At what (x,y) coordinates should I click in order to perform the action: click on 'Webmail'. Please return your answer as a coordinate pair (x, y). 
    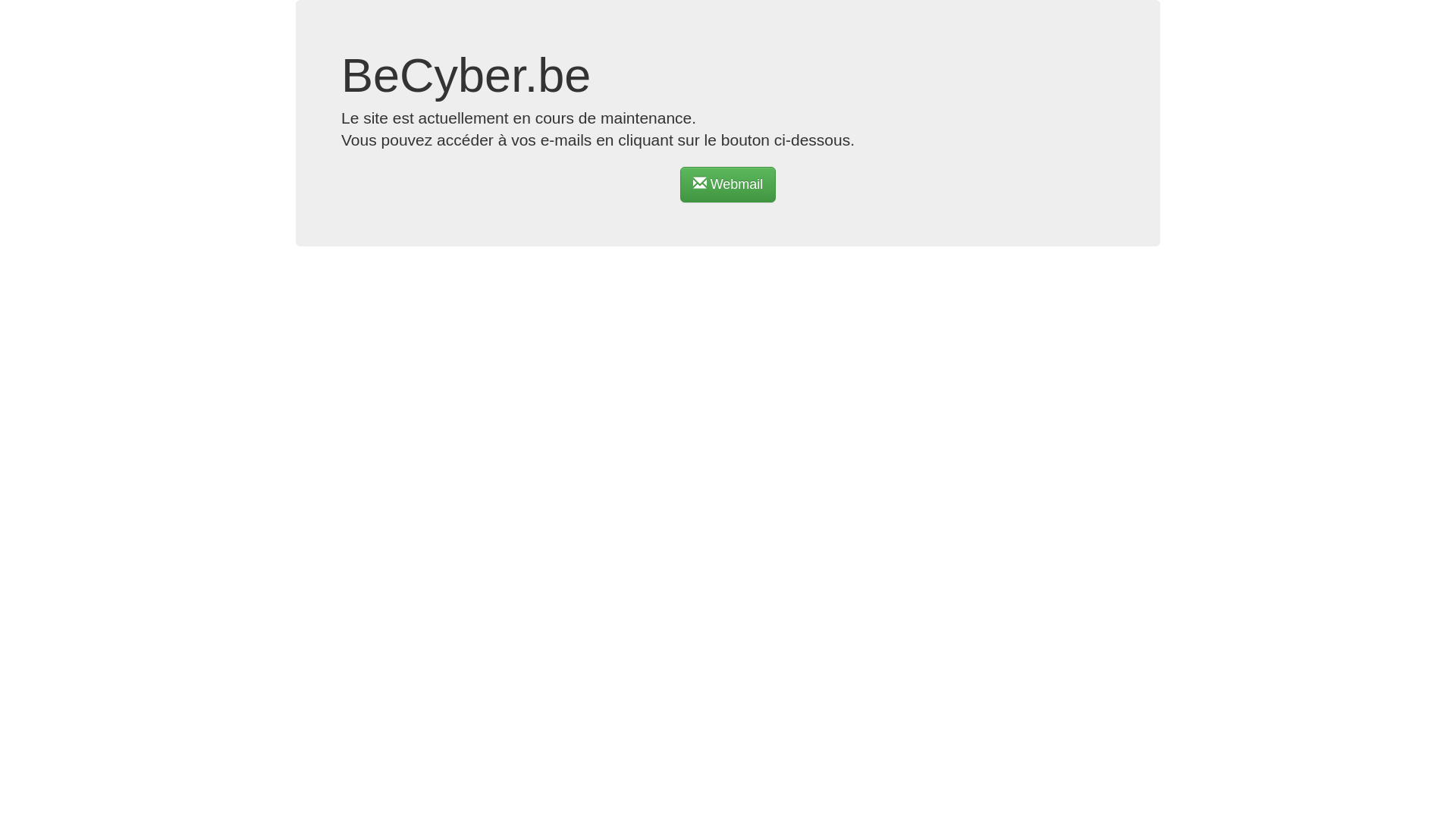
    Looking at the image, I should click on (728, 184).